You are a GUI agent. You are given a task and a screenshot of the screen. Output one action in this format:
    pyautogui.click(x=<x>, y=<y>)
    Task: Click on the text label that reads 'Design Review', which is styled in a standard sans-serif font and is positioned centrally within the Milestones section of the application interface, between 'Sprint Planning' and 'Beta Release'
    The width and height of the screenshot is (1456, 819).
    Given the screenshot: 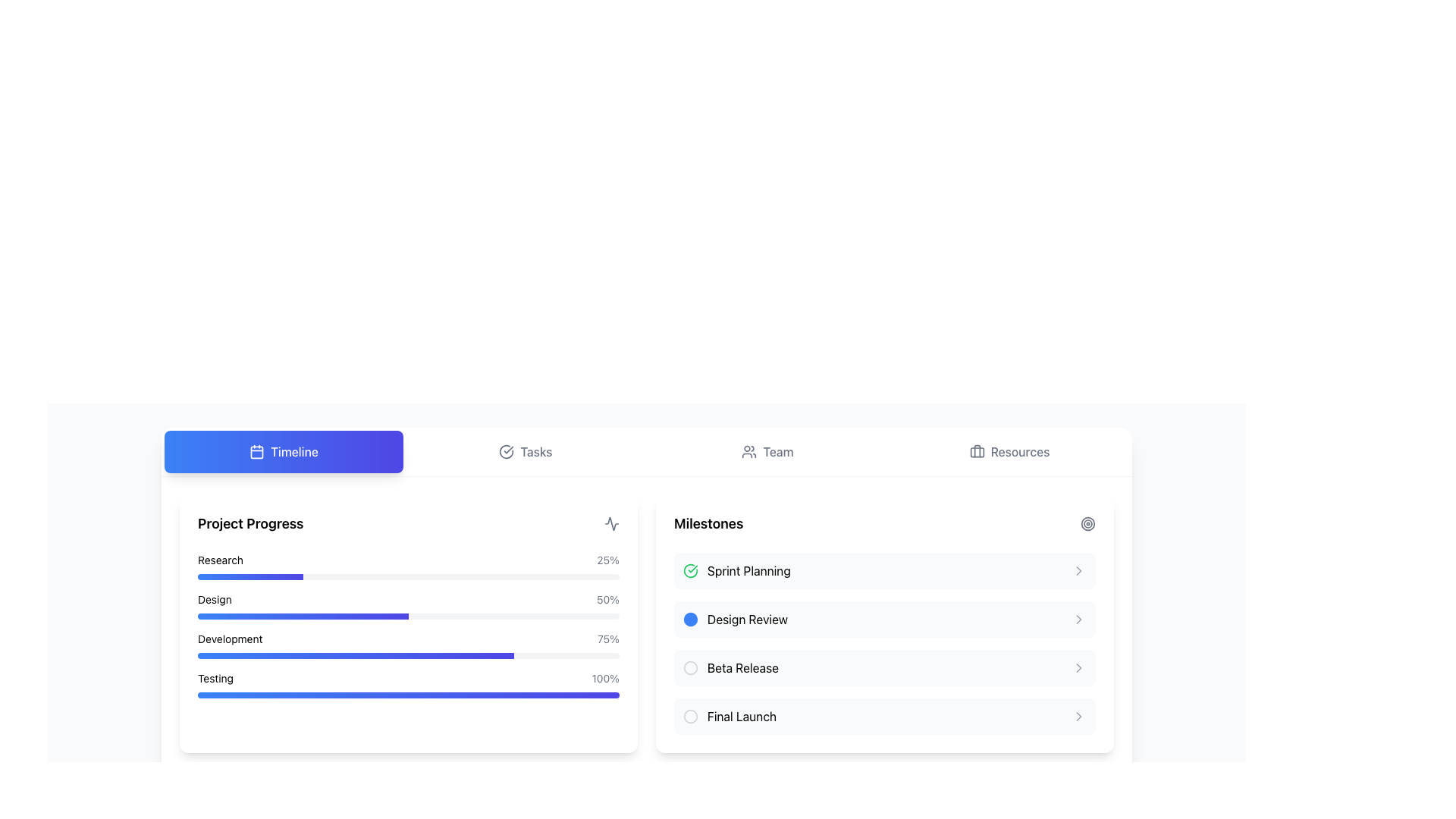 What is the action you would take?
    pyautogui.click(x=747, y=620)
    